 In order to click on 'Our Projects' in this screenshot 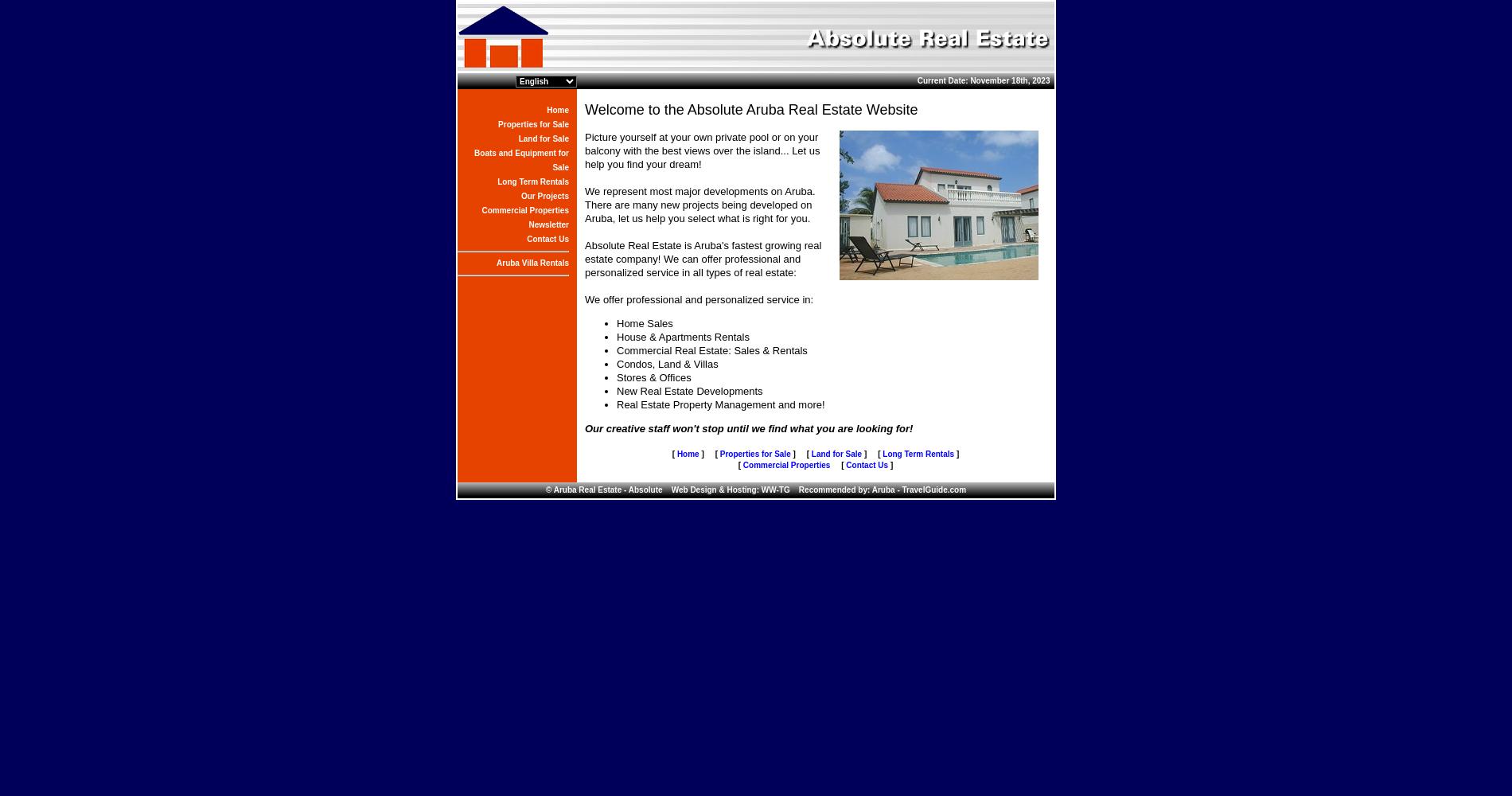, I will do `click(544, 195)`.